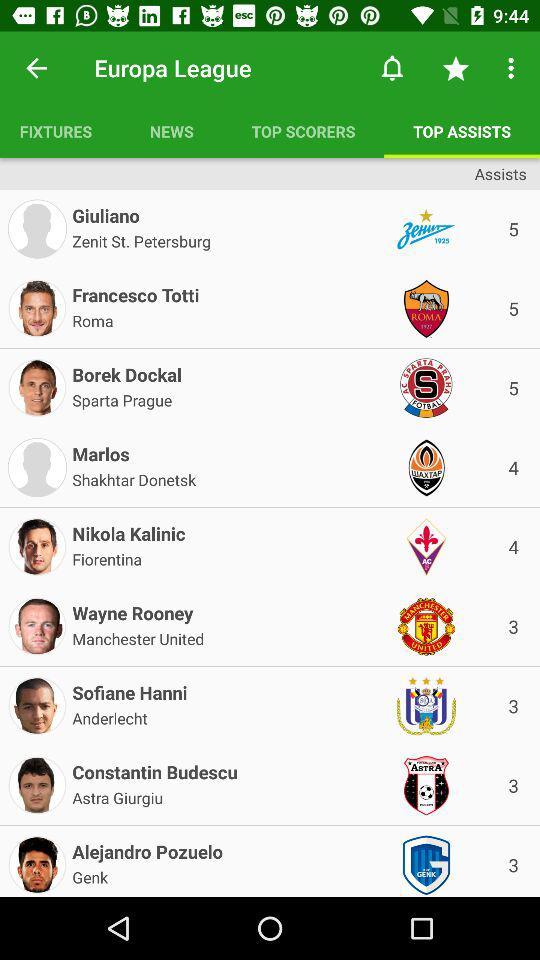 This screenshot has width=540, height=960. What do you see at coordinates (127, 370) in the screenshot?
I see `borek dockal icon` at bounding box center [127, 370].